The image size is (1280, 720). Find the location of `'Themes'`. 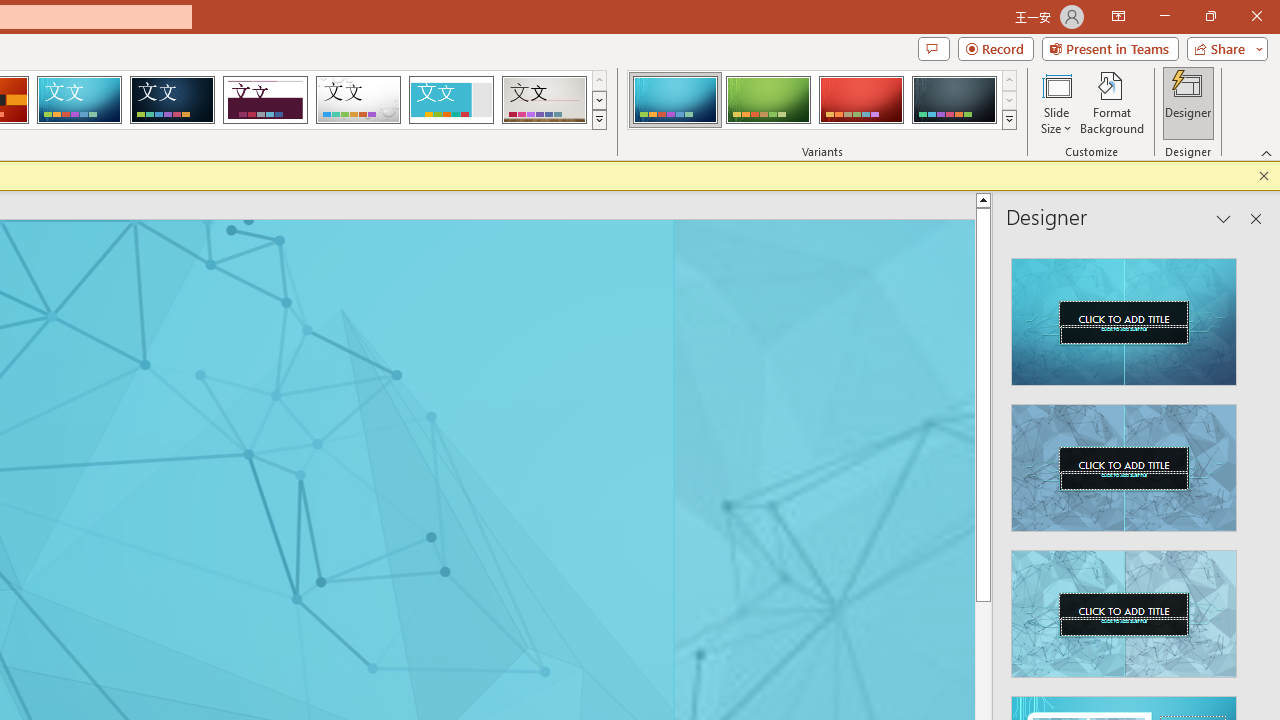

'Themes' is located at coordinates (598, 120).